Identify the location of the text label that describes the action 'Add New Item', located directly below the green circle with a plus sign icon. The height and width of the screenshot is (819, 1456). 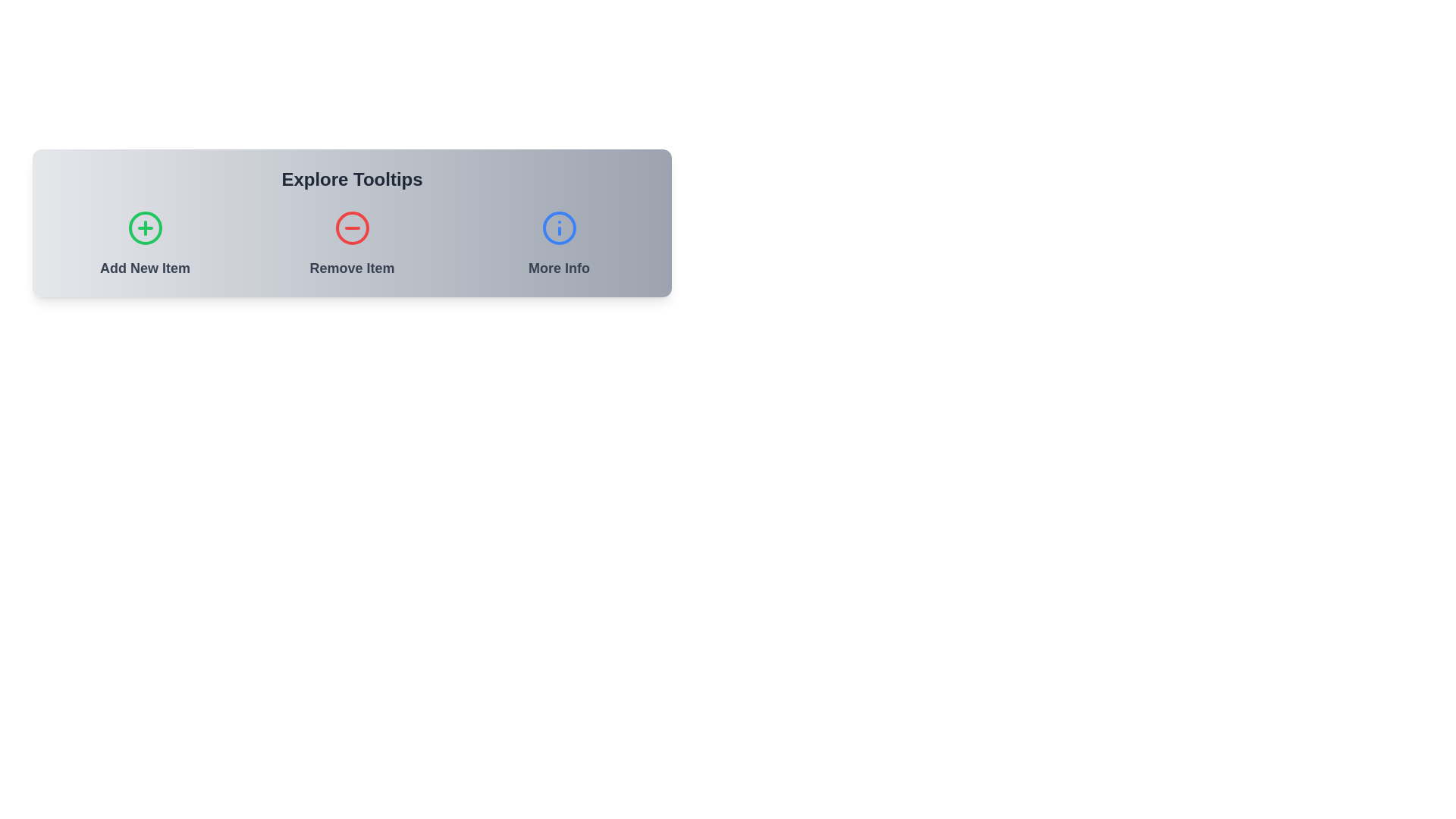
(145, 268).